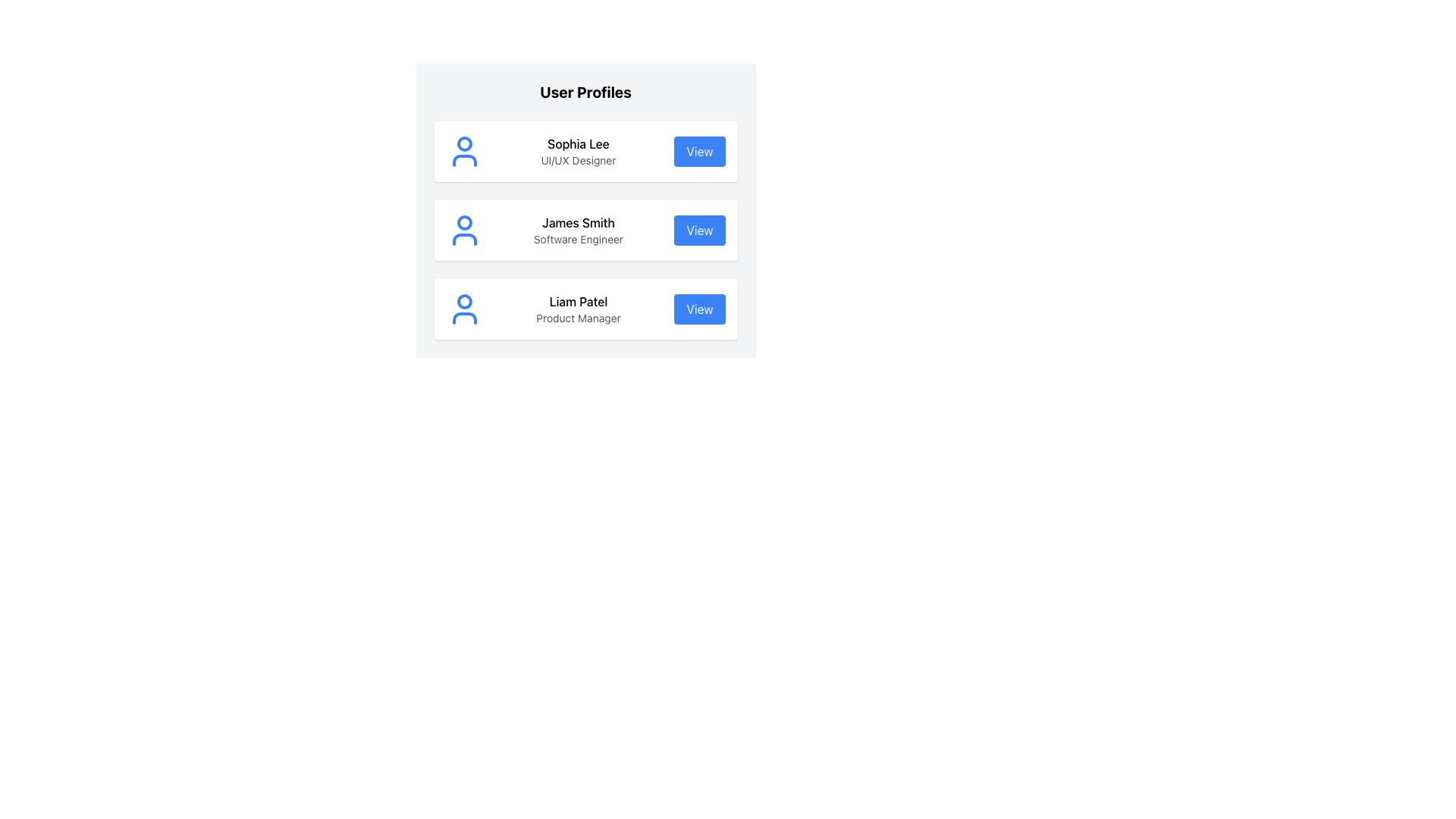  Describe the element at coordinates (578, 318) in the screenshot. I see `the text label indicating the user's role as 'Product Manager', located beneath 'Liam Patel' in the third user profile card` at that location.